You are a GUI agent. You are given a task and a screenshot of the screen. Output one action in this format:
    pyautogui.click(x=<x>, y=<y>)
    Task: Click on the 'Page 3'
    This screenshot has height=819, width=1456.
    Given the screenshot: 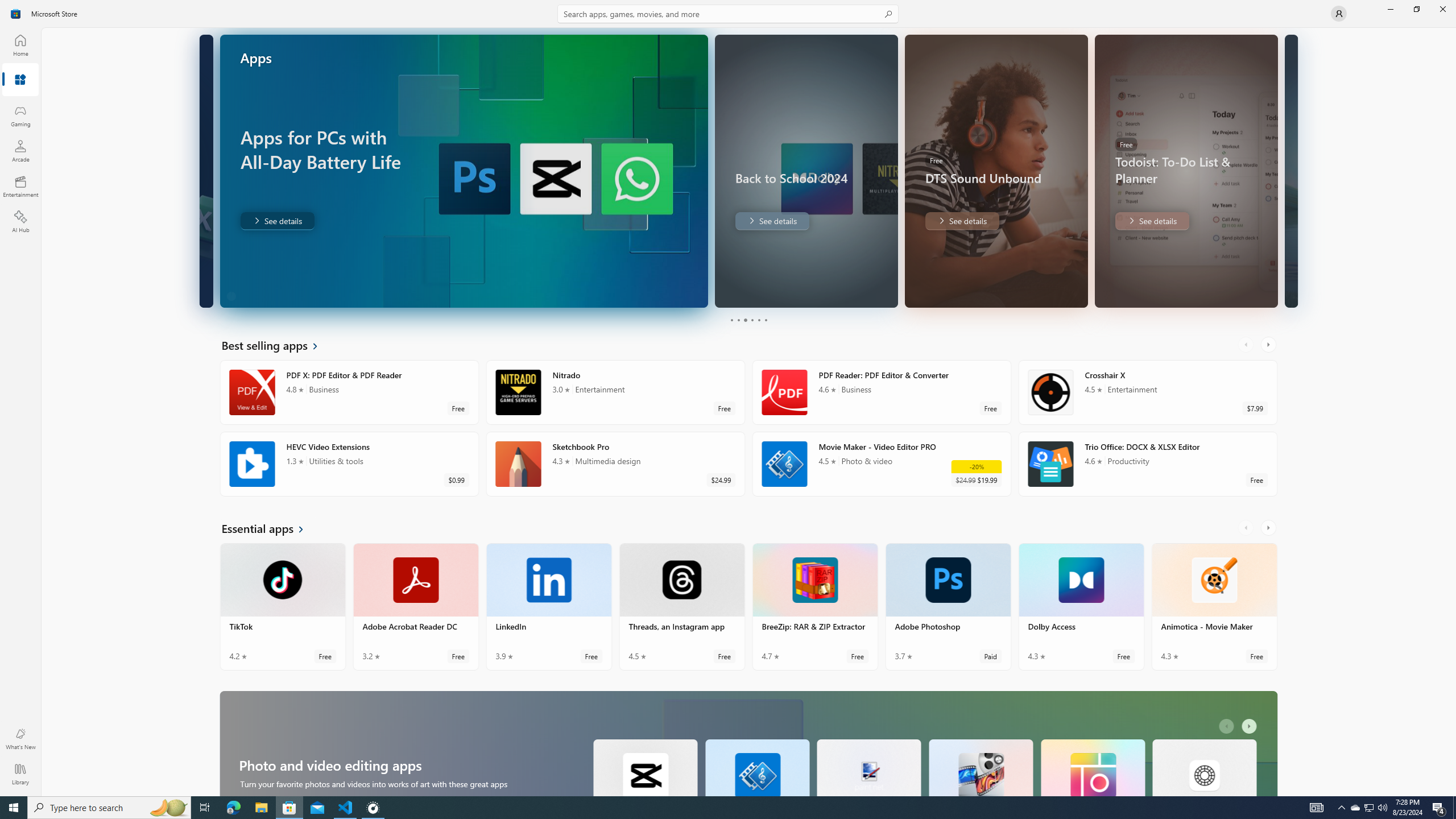 What is the action you would take?
    pyautogui.click(x=744, y=320)
    